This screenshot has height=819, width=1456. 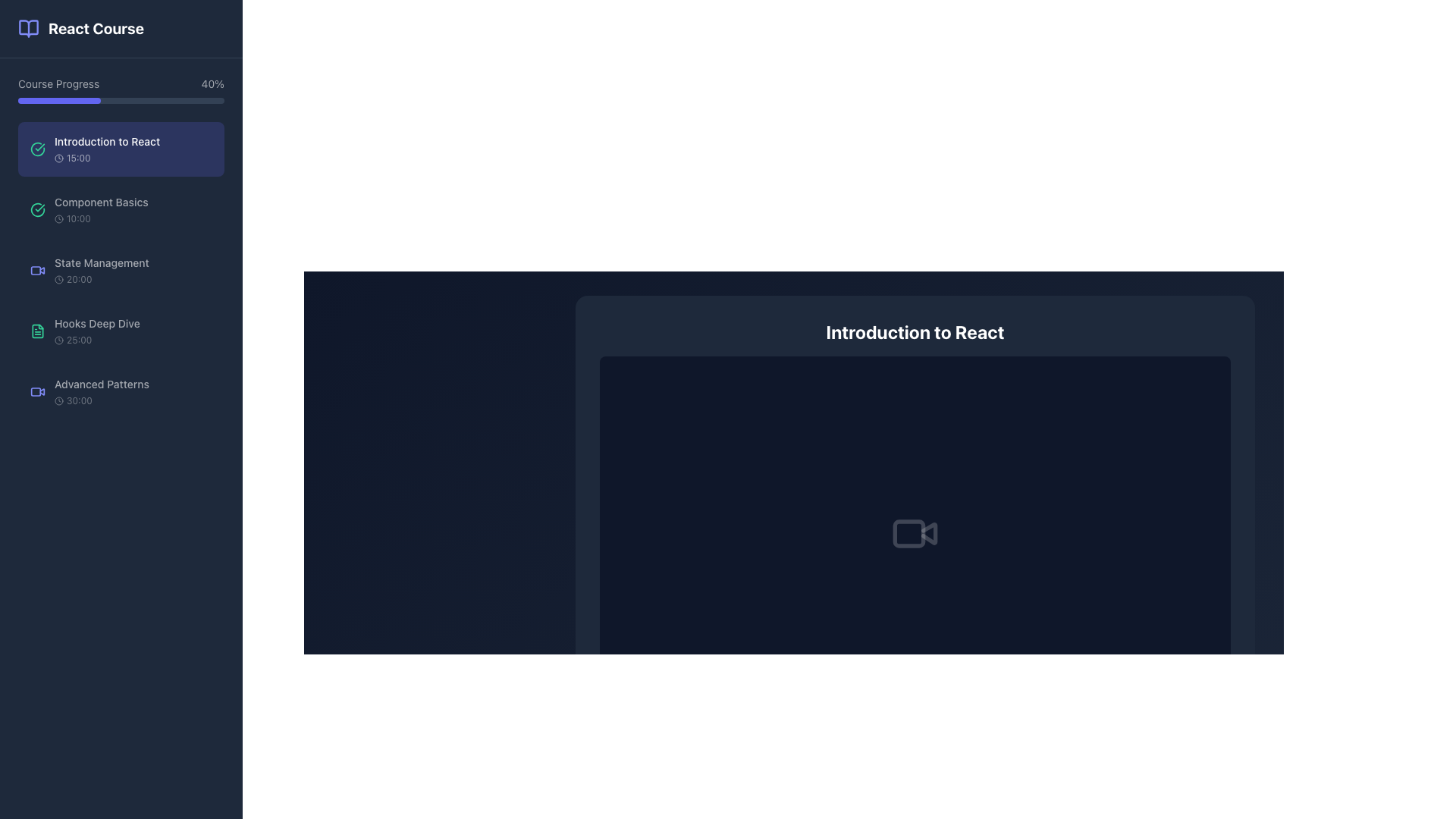 What do you see at coordinates (120, 330) in the screenshot?
I see `the interactive list item labeled 'Hooks Deep Dive' with a green document icon` at bounding box center [120, 330].